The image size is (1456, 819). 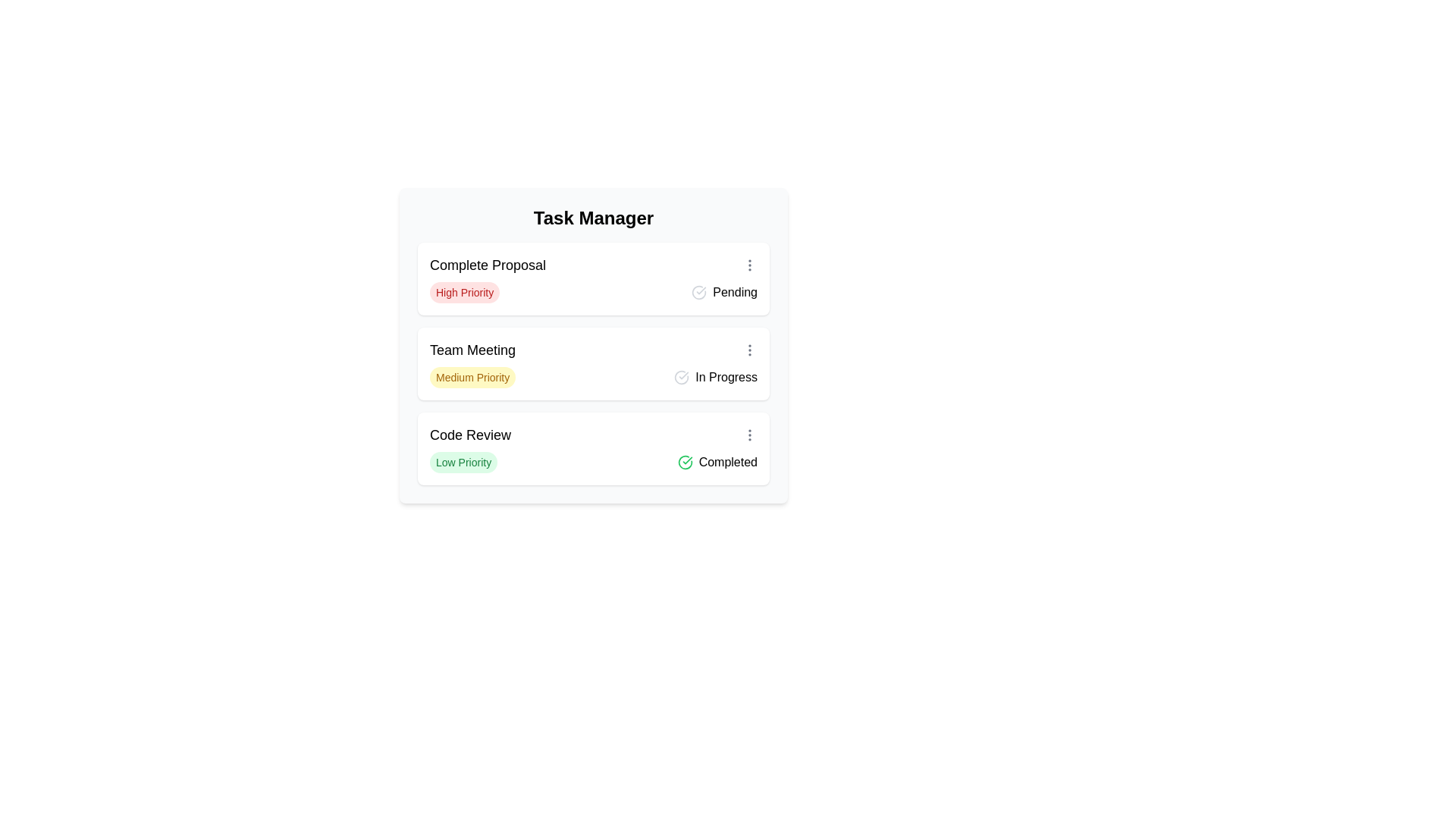 What do you see at coordinates (726, 376) in the screenshot?
I see `the status label indicating 'Team Meeting' for accessibility purposes` at bounding box center [726, 376].